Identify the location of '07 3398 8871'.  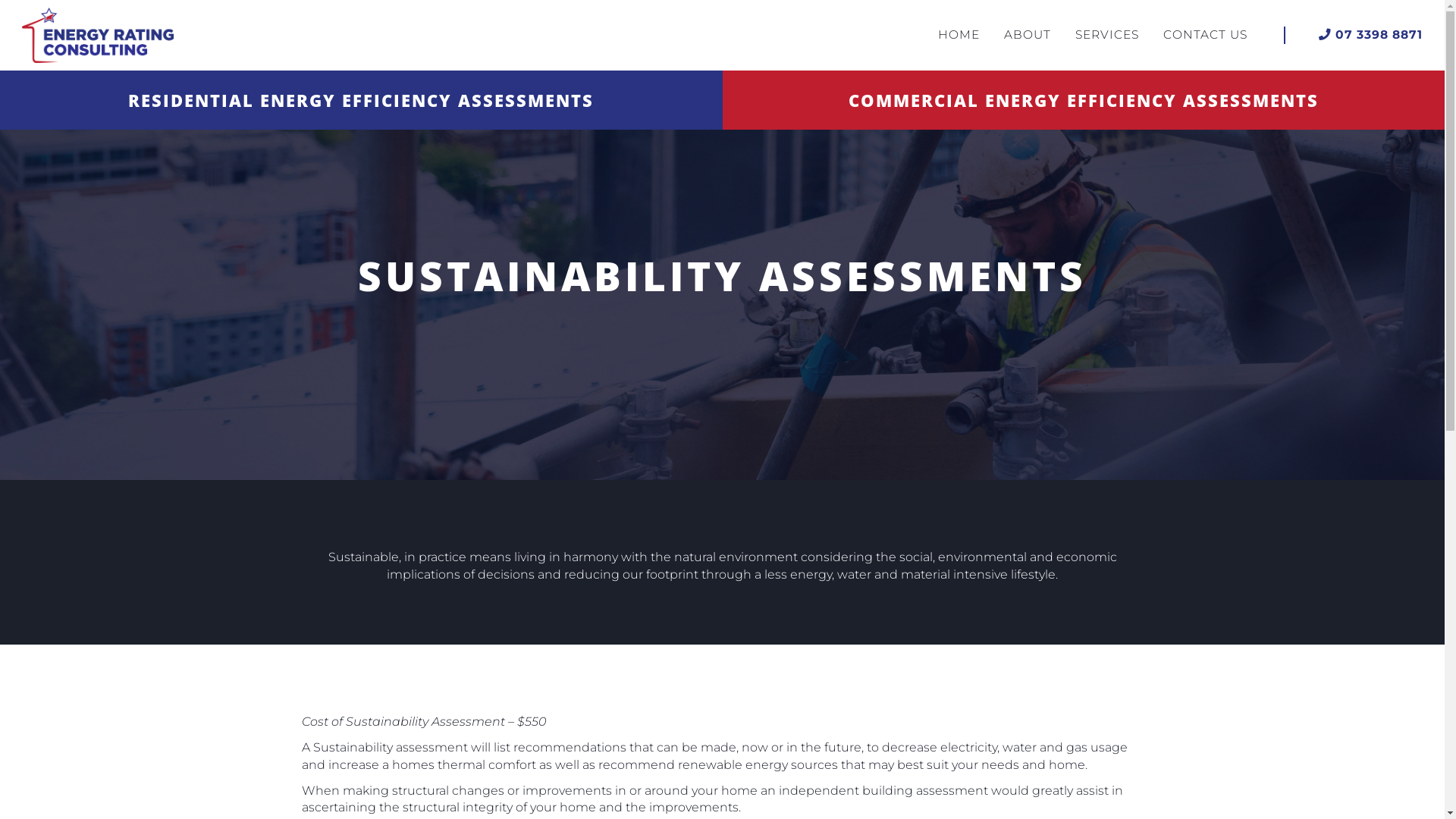
(1370, 34).